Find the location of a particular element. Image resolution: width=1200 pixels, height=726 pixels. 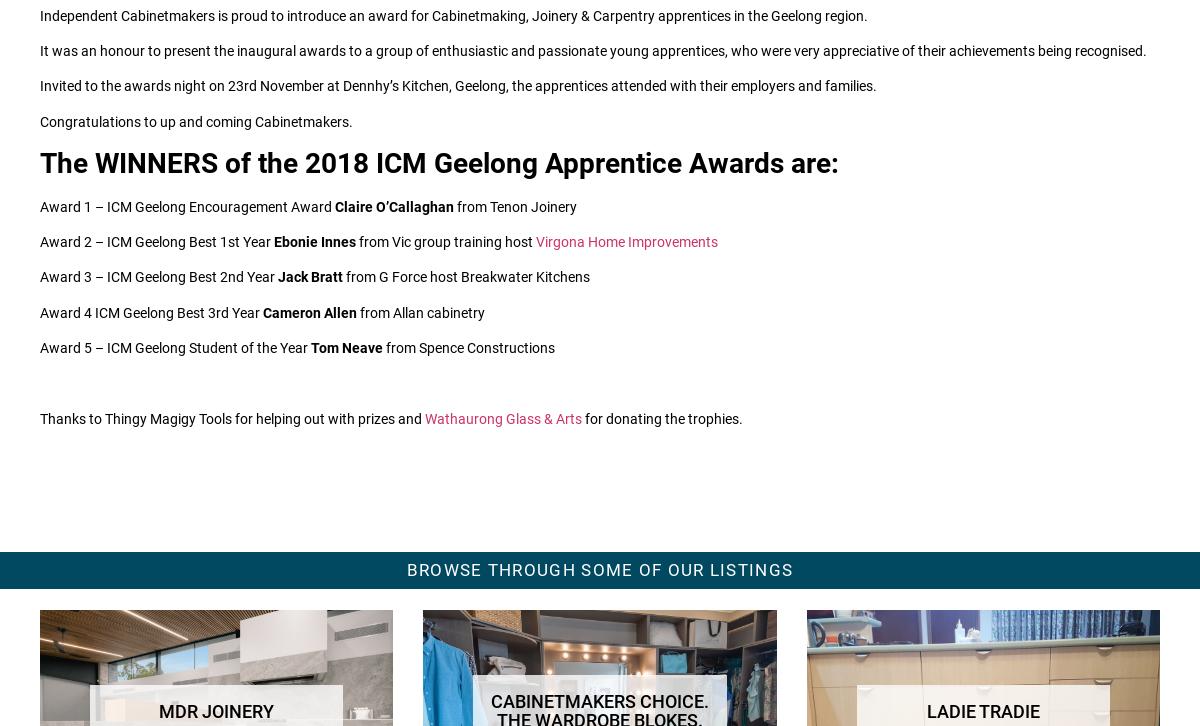

'Wathaurong Glass & Arts' is located at coordinates (502, 418).